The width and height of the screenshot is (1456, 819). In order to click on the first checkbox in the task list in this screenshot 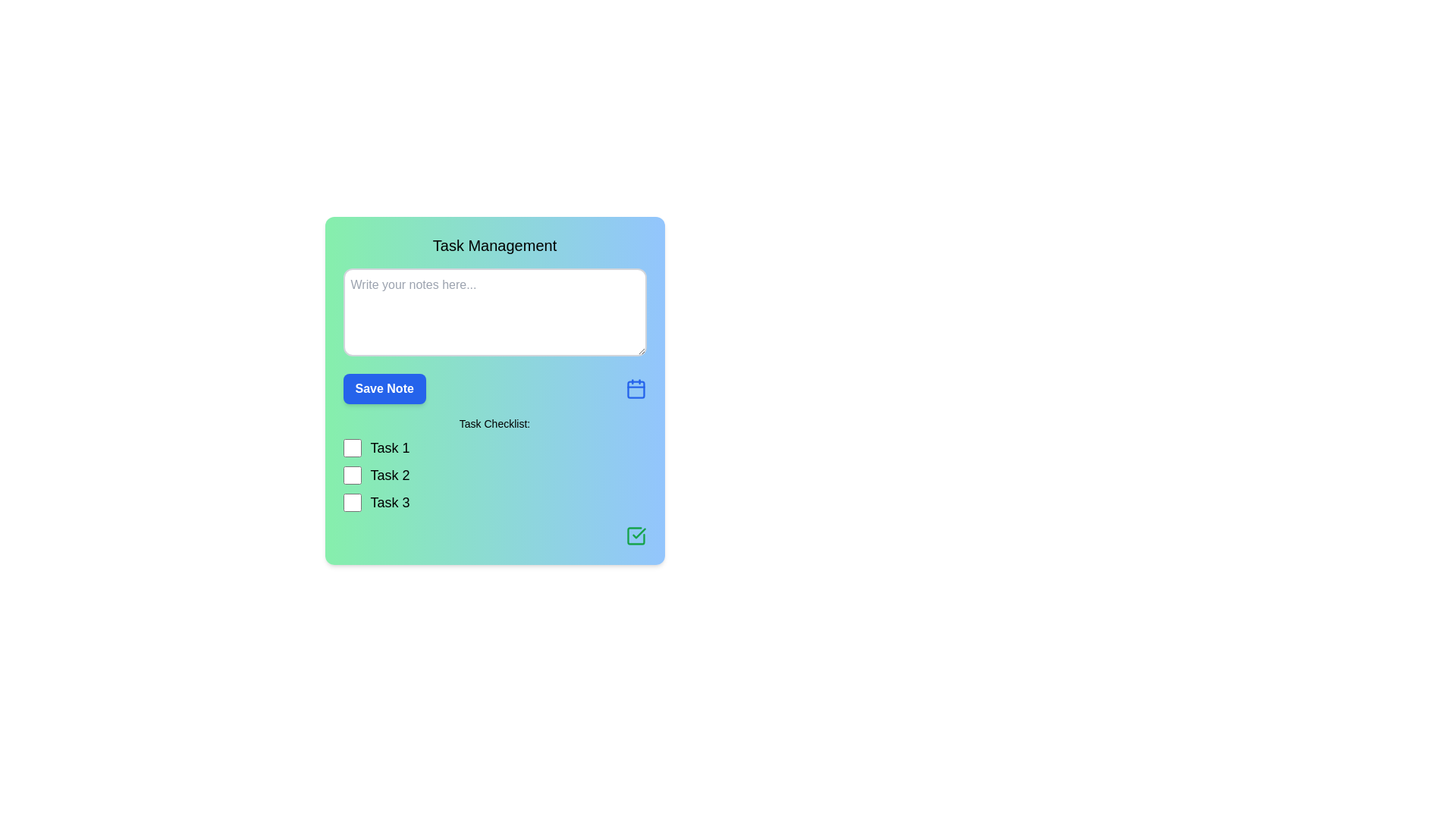, I will do `click(351, 447)`.